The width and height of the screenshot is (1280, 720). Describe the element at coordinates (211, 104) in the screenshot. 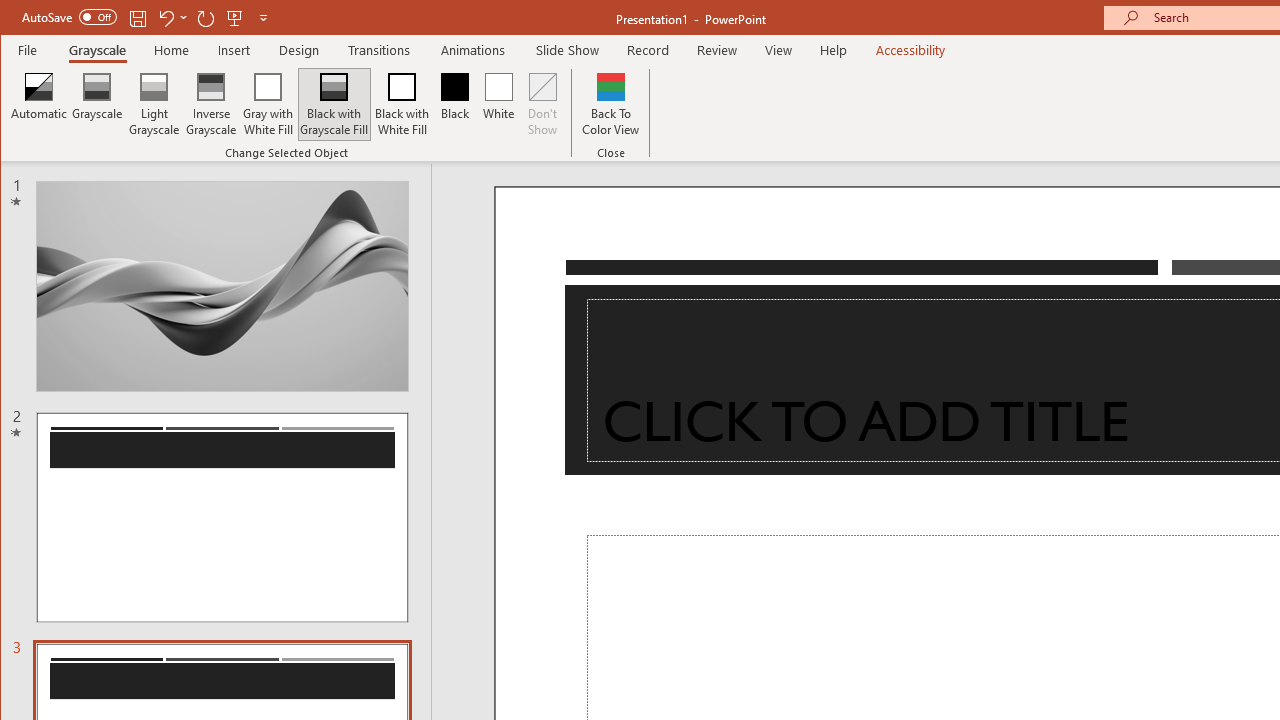

I see `'Inverse Grayscale'` at that location.